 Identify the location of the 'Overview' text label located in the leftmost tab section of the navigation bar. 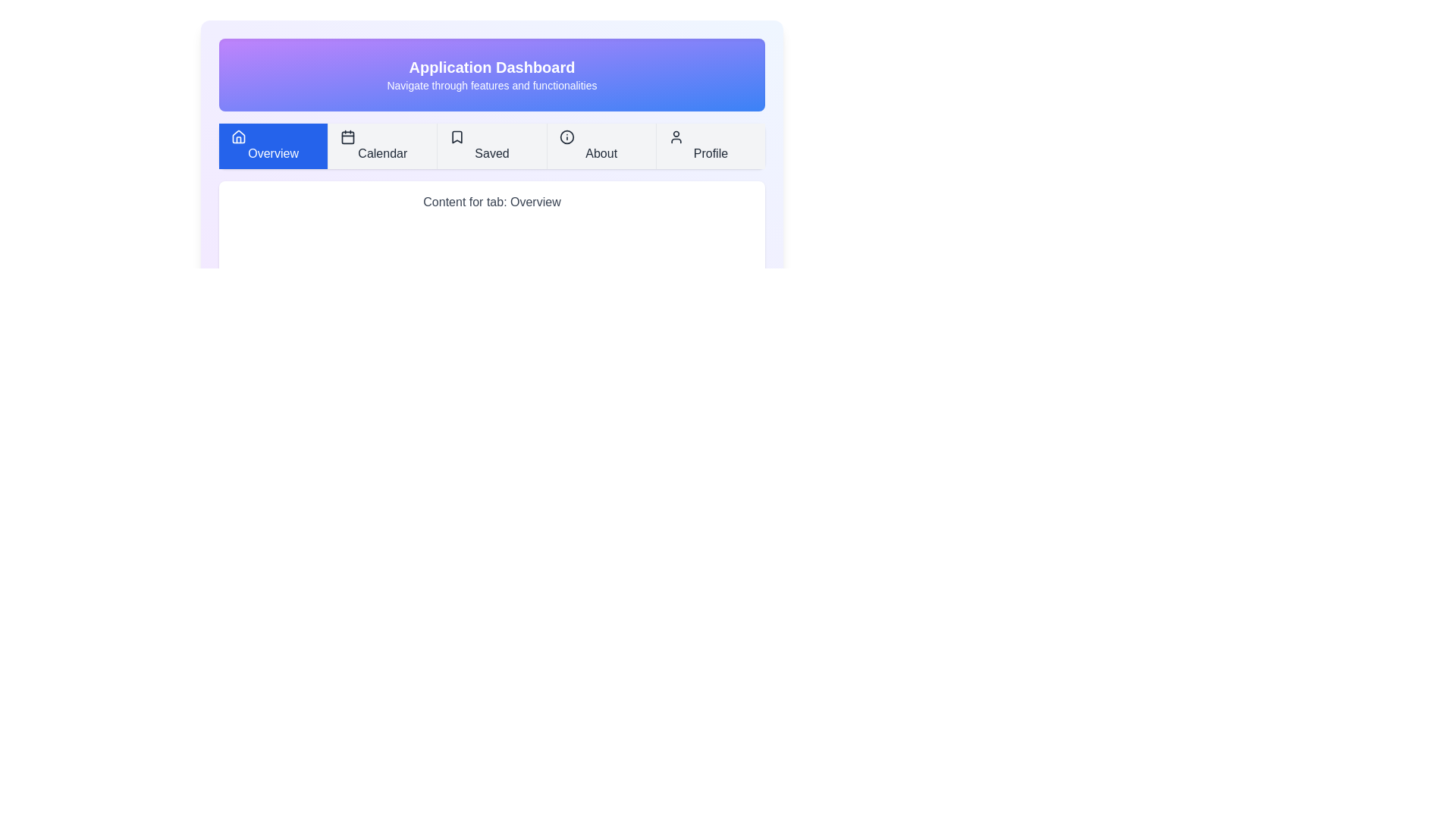
(273, 153).